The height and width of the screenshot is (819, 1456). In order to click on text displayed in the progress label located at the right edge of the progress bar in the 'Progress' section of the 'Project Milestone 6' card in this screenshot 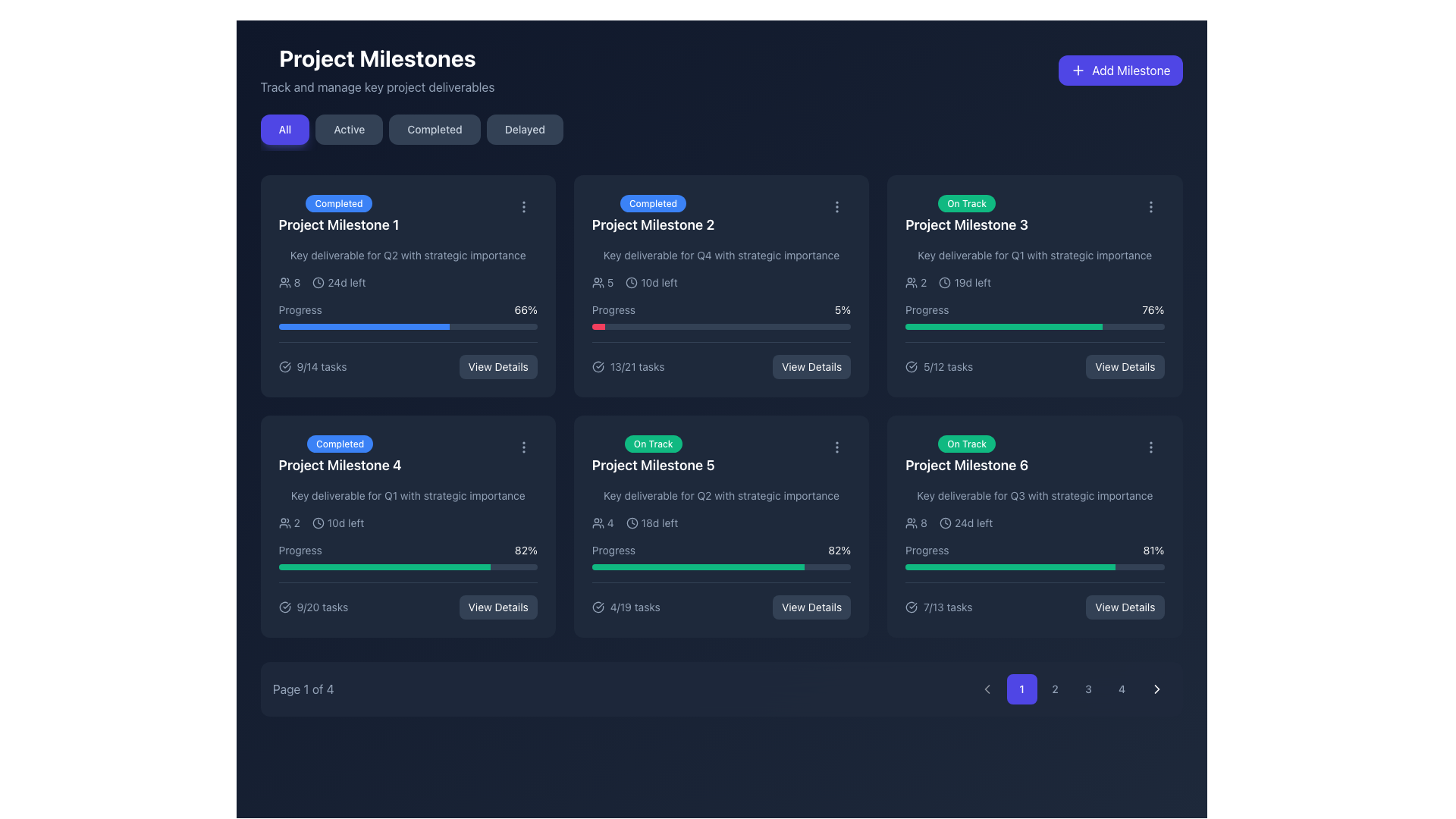, I will do `click(1153, 550)`.